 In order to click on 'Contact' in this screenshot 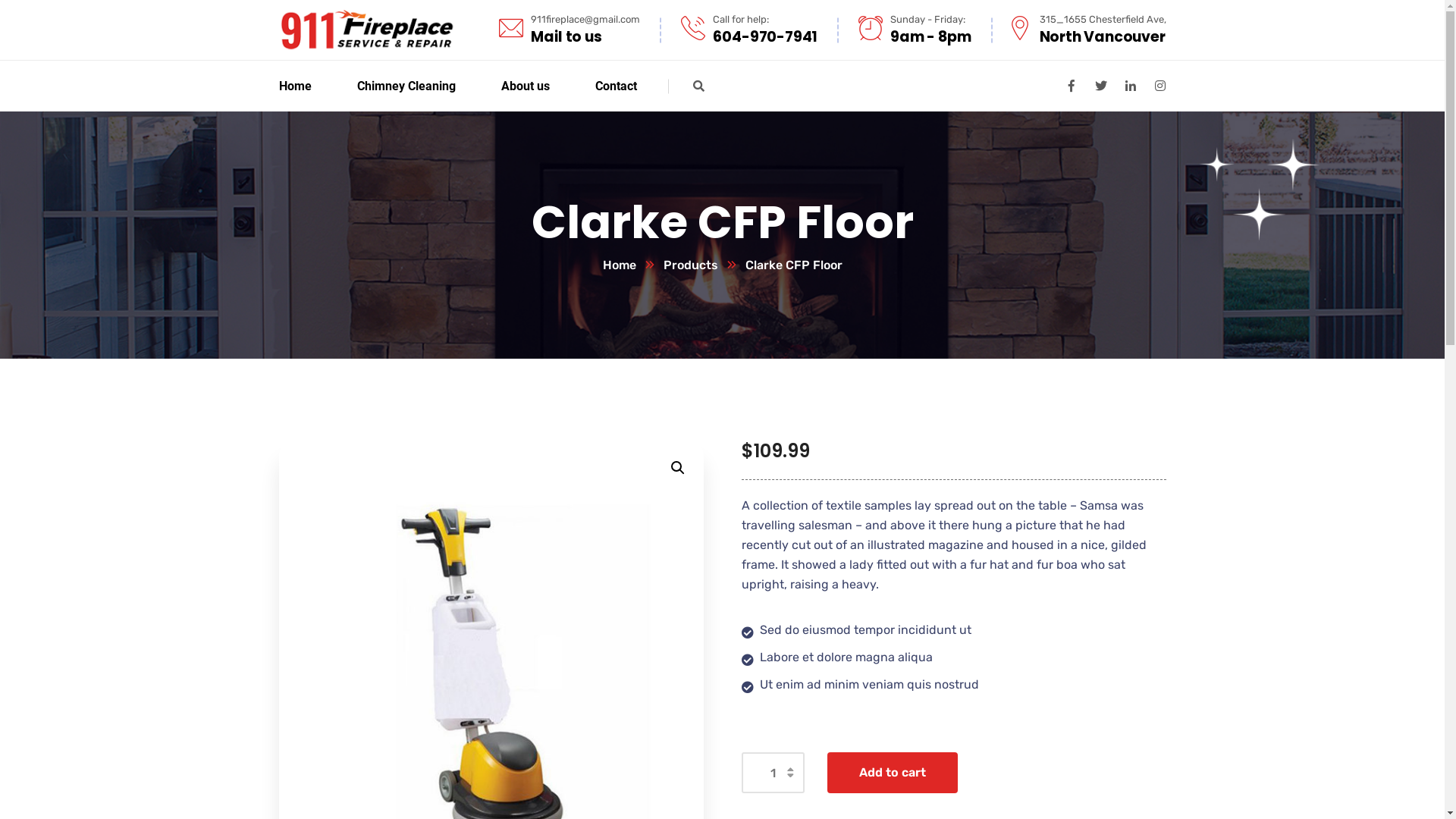, I will do `click(615, 86)`.